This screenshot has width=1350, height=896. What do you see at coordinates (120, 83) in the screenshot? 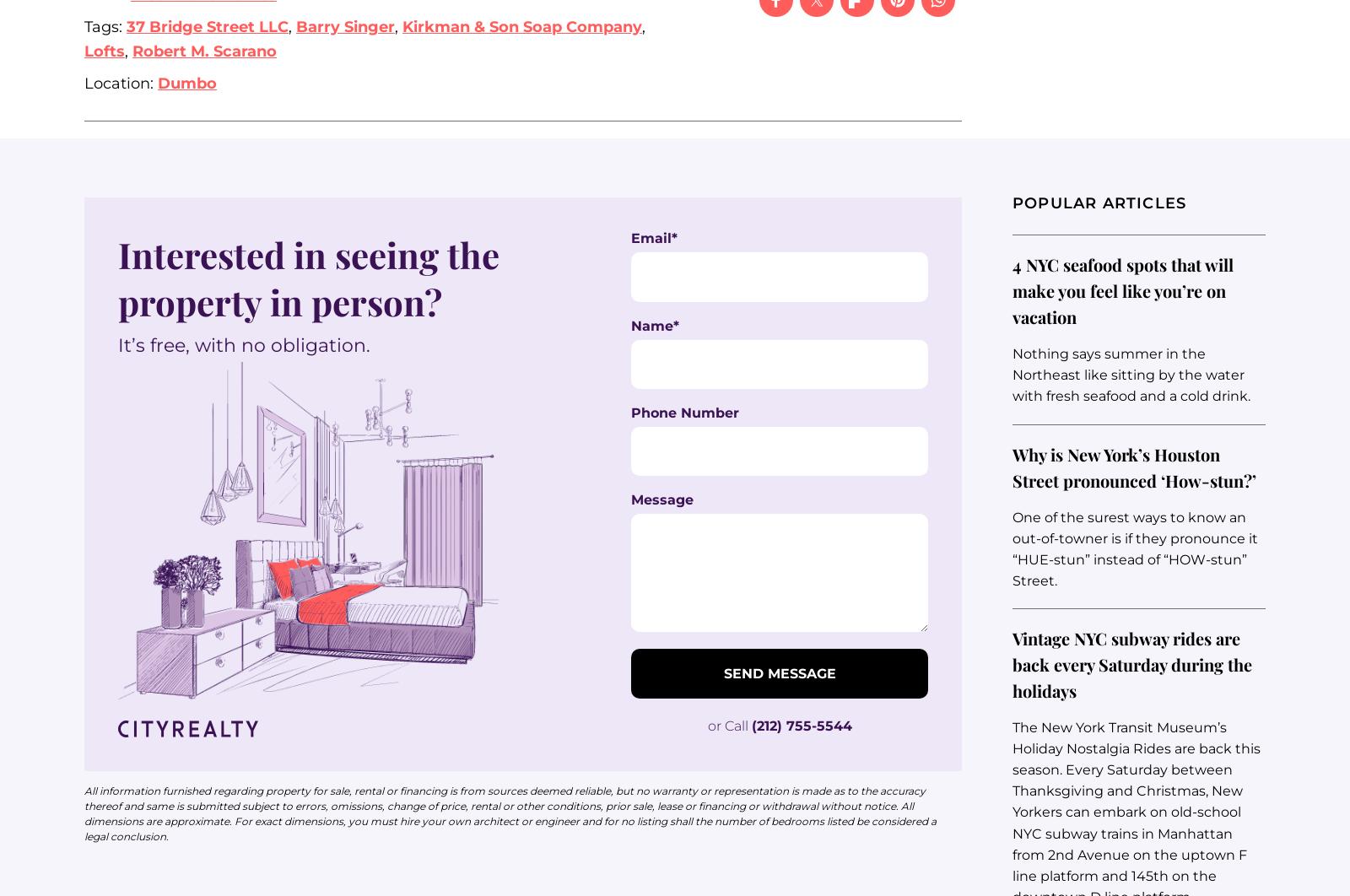
I see `'Location:'` at bounding box center [120, 83].